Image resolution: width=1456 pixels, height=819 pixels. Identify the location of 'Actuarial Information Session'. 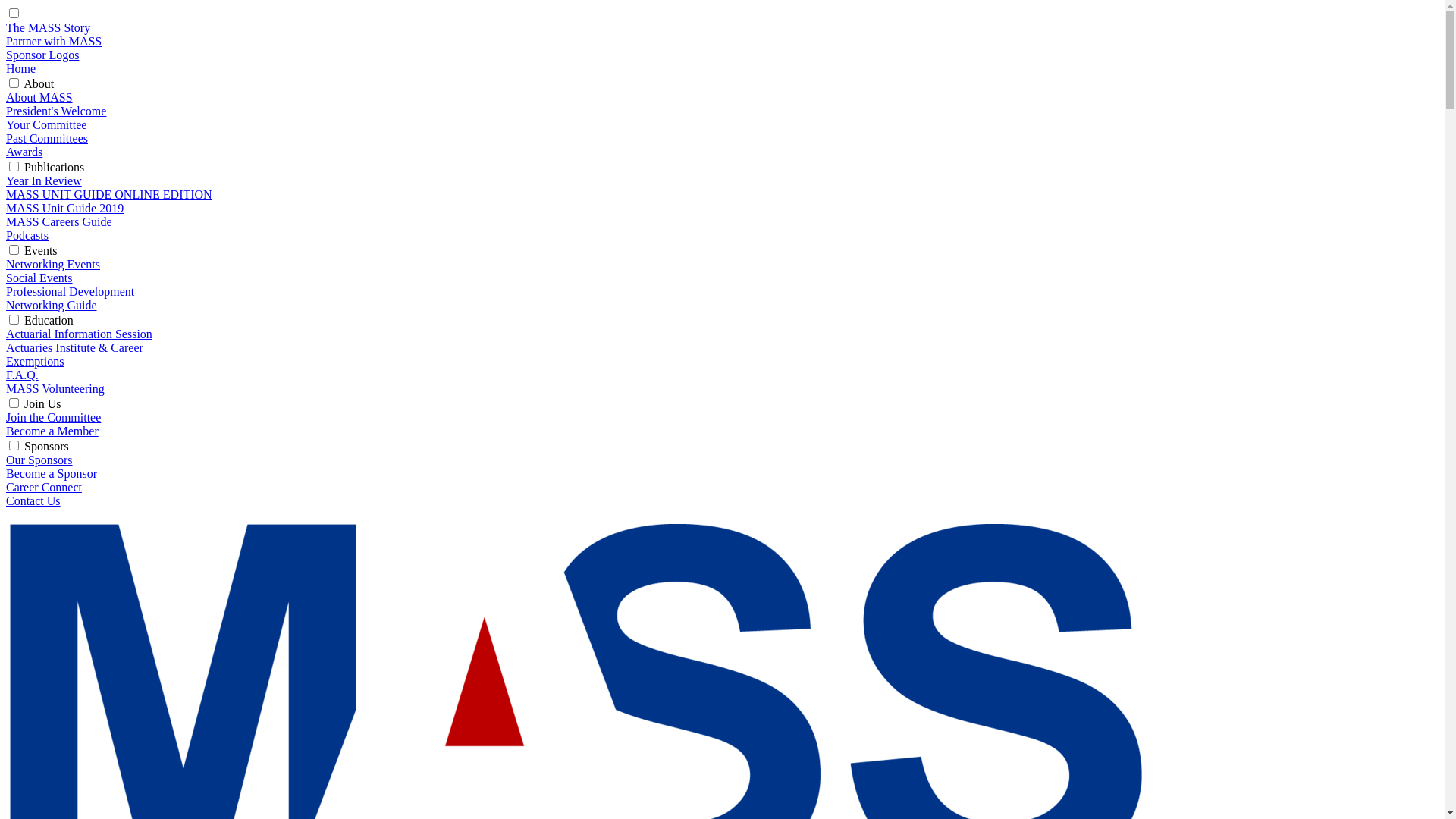
(78, 333).